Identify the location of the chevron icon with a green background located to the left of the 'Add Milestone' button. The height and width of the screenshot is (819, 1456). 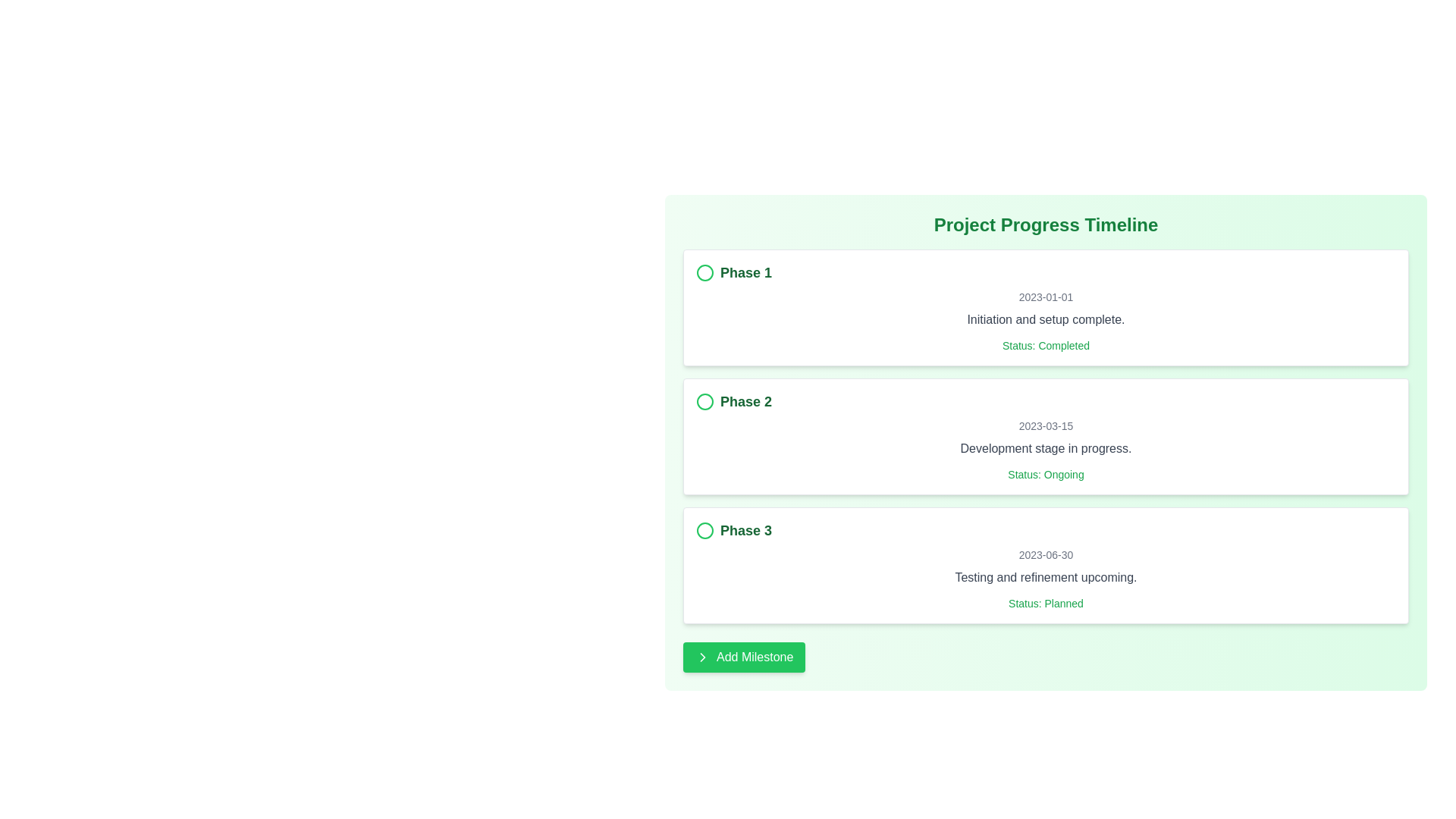
(701, 657).